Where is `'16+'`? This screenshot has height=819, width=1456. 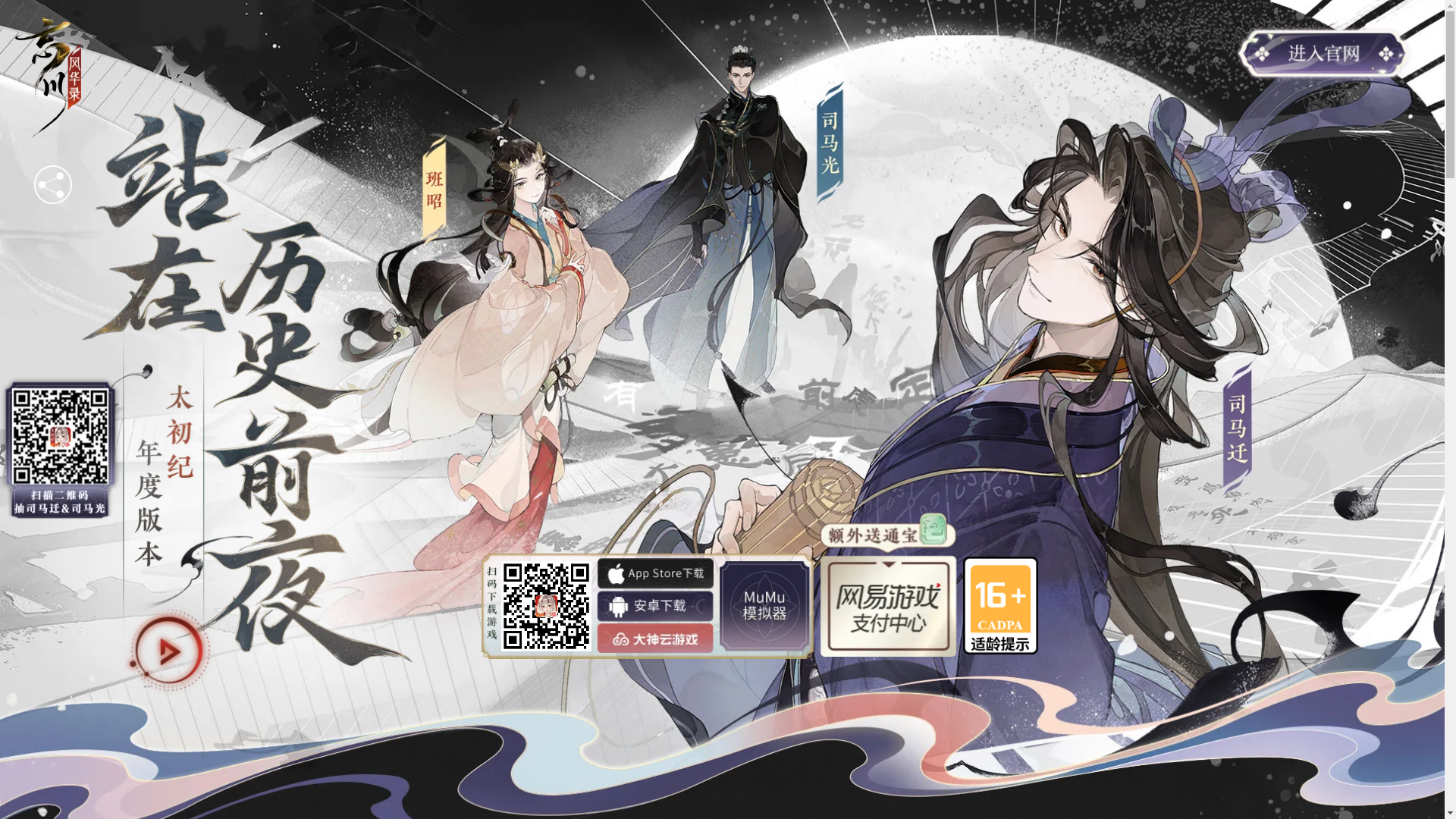
'16+' is located at coordinates (962, 604).